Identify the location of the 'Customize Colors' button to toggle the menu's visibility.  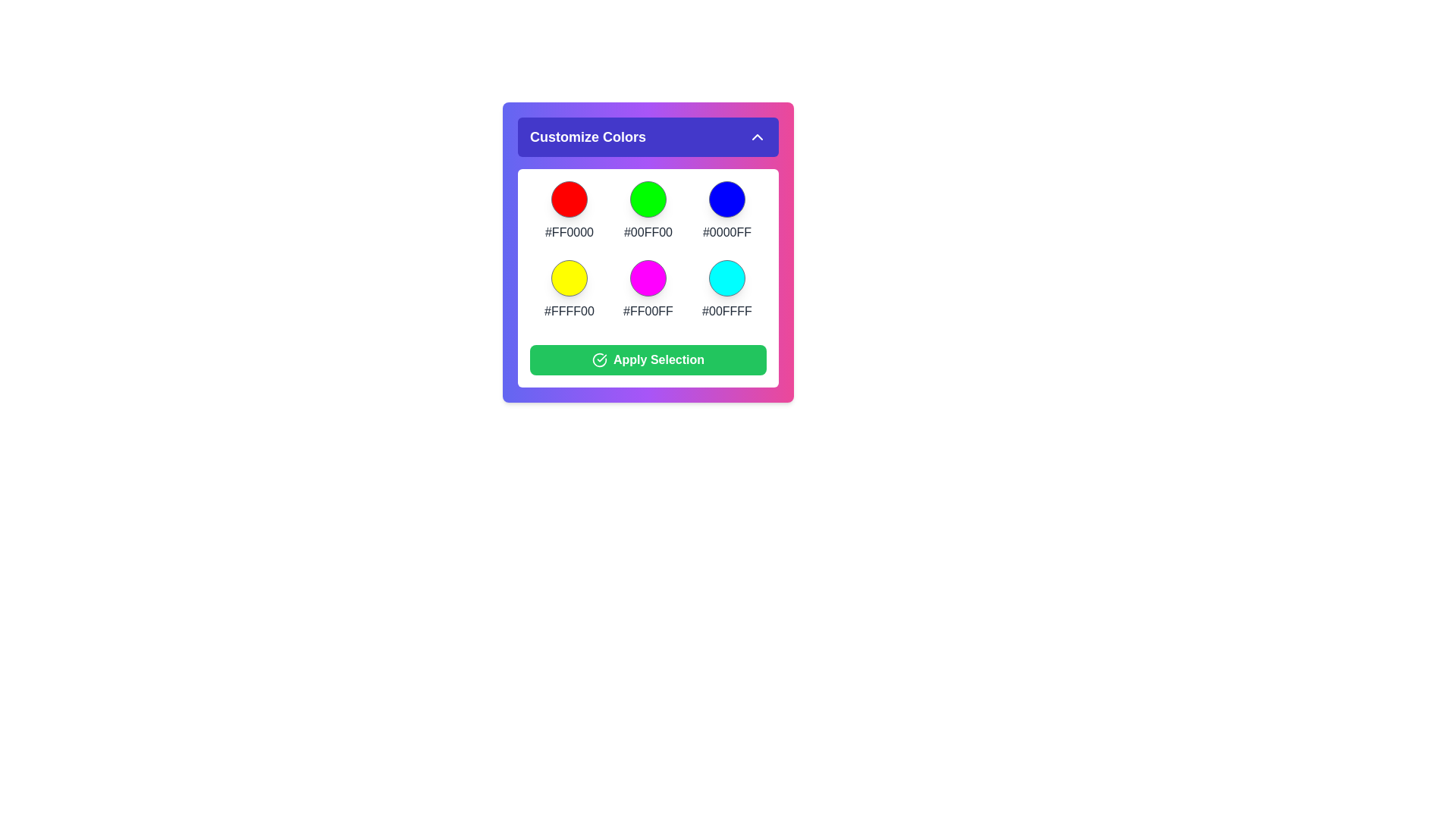
(648, 137).